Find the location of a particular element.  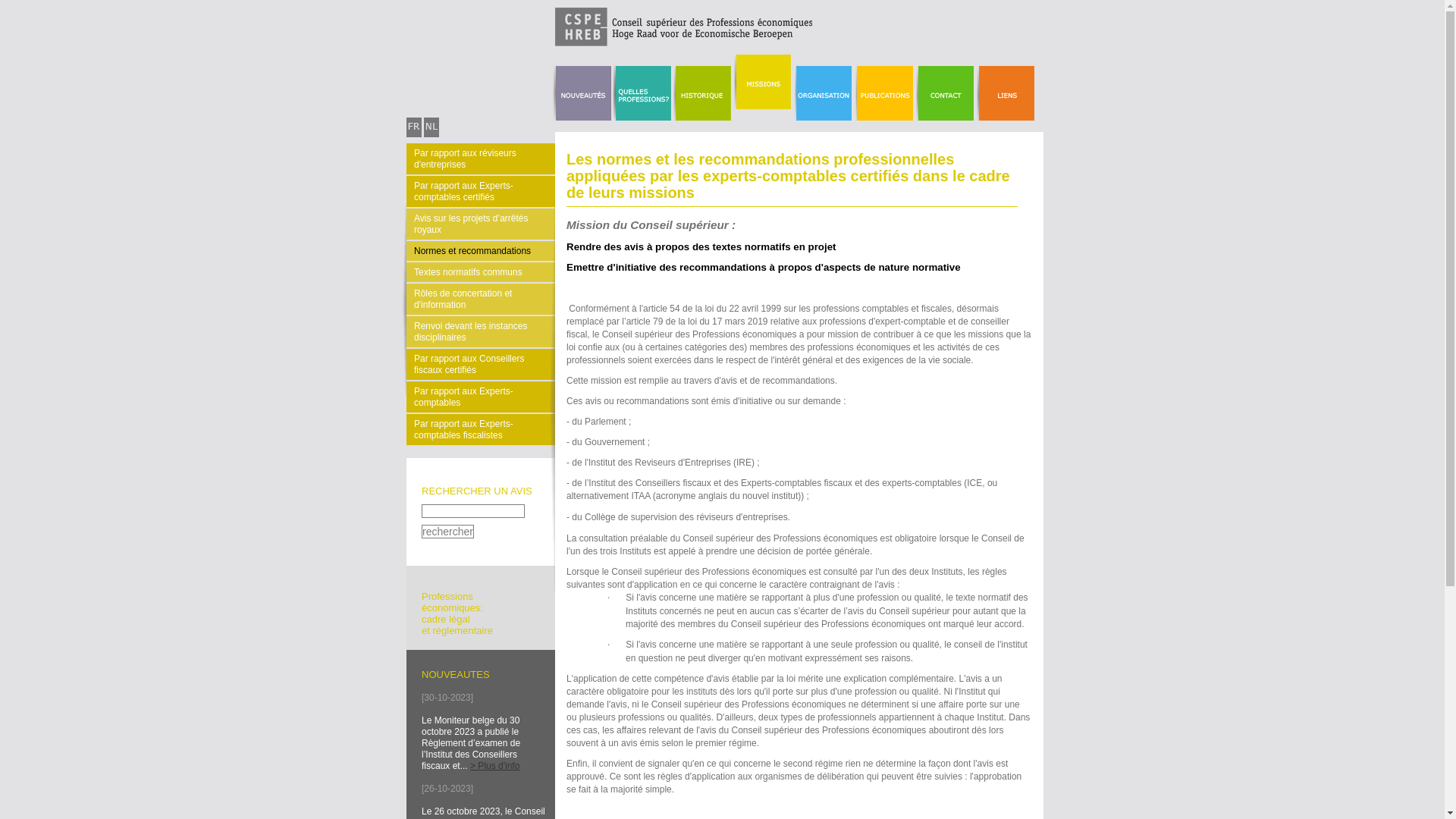

'Par rapport aux Experts-comptables' is located at coordinates (479, 396).